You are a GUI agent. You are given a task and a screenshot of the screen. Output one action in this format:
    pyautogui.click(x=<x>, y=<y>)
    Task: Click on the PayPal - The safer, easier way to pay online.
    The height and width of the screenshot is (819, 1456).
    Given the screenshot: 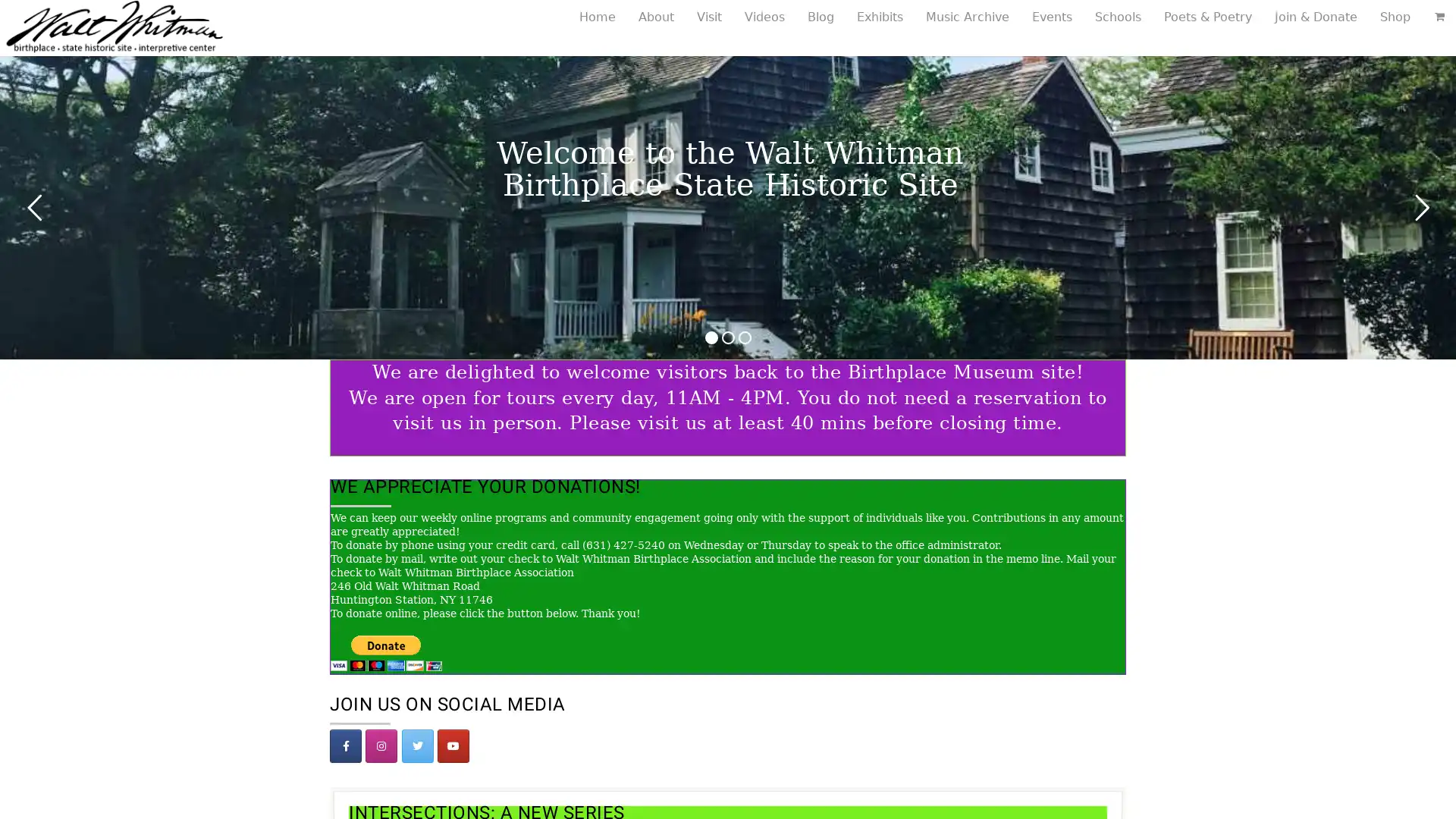 What is the action you would take?
    pyautogui.click(x=386, y=651)
    